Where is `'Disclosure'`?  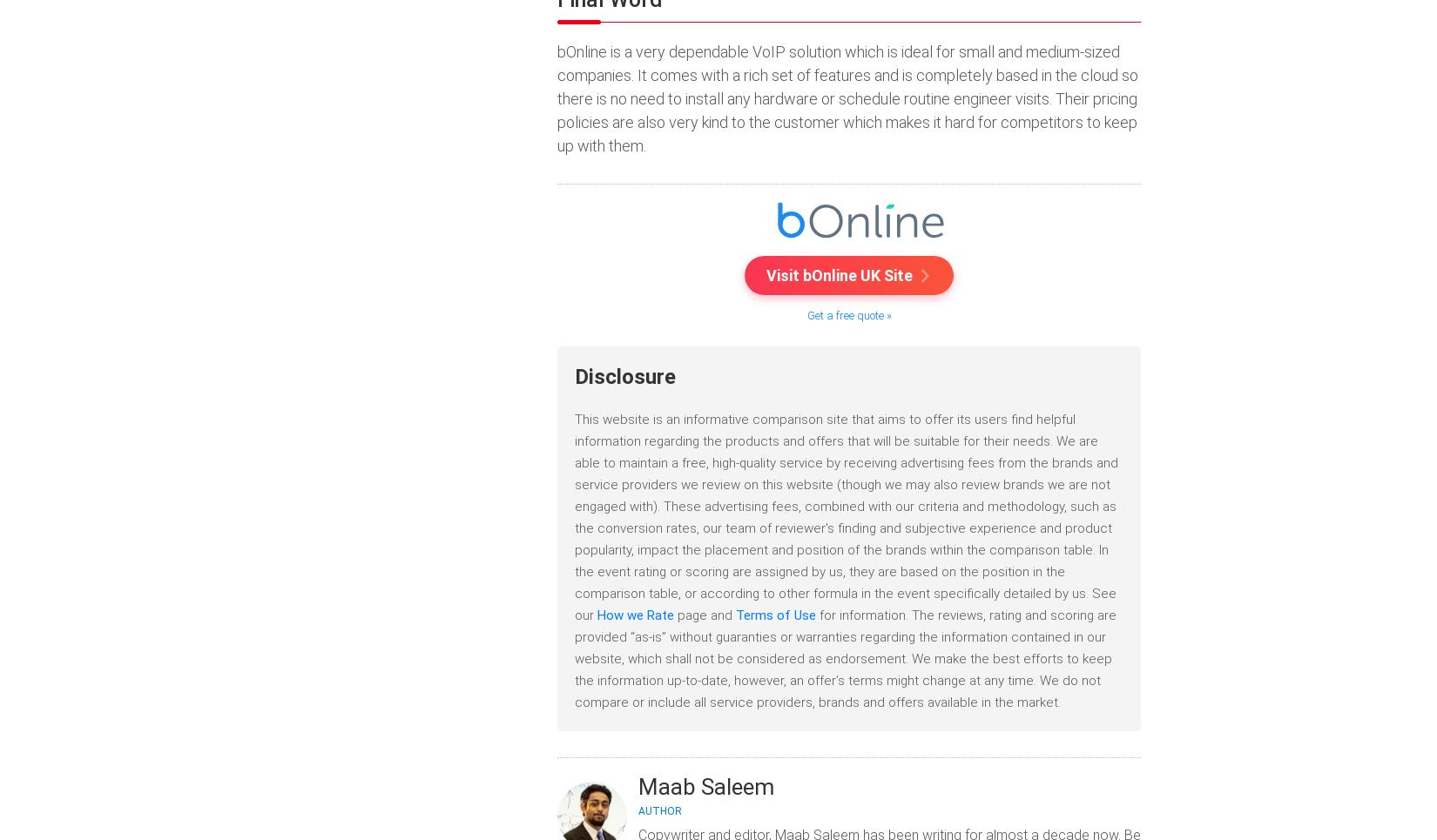 'Disclosure' is located at coordinates (624, 376).